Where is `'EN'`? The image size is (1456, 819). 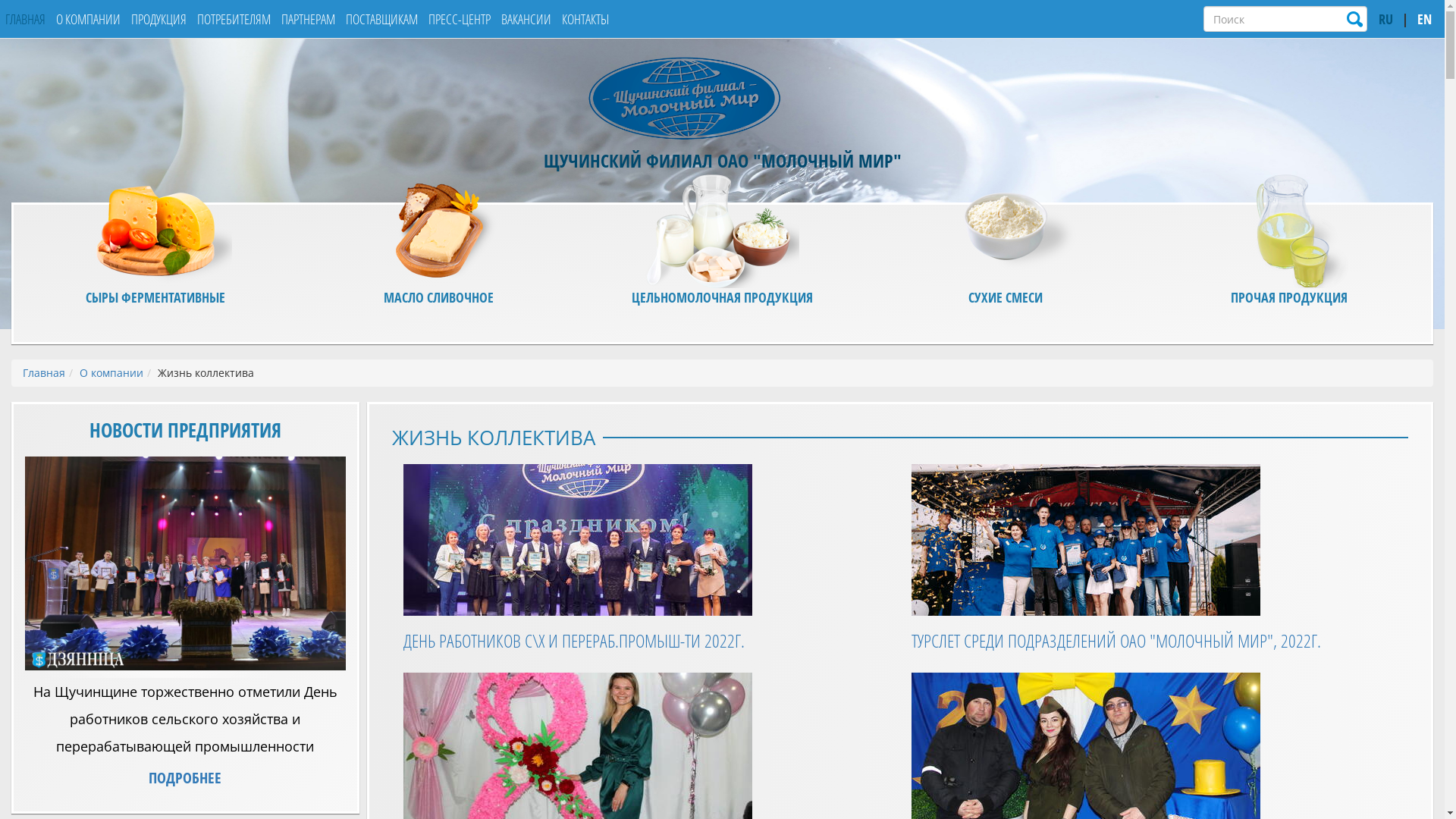 'EN' is located at coordinates (1423, 20).